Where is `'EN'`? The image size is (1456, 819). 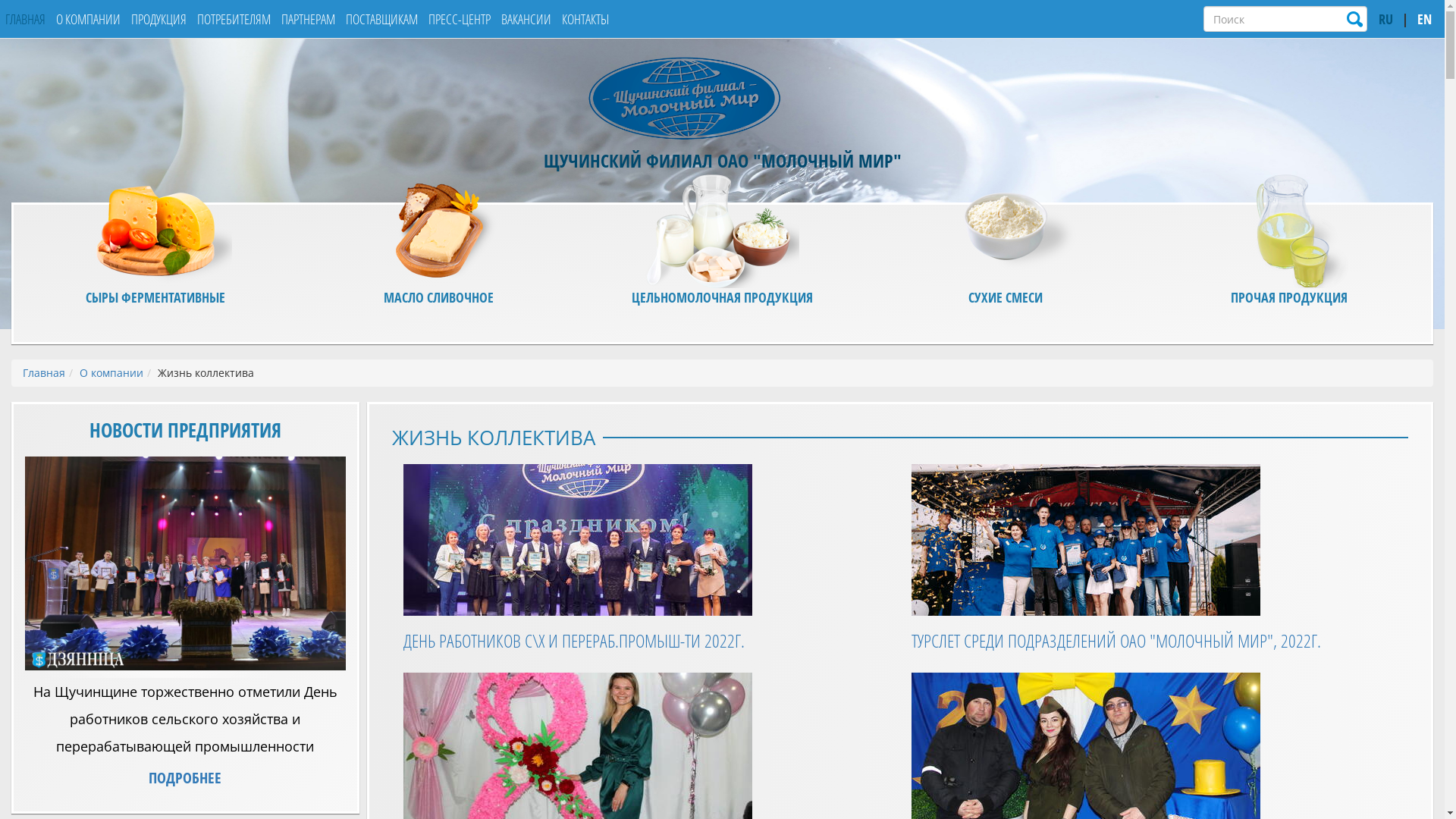 'EN' is located at coordinates (1423, 20).